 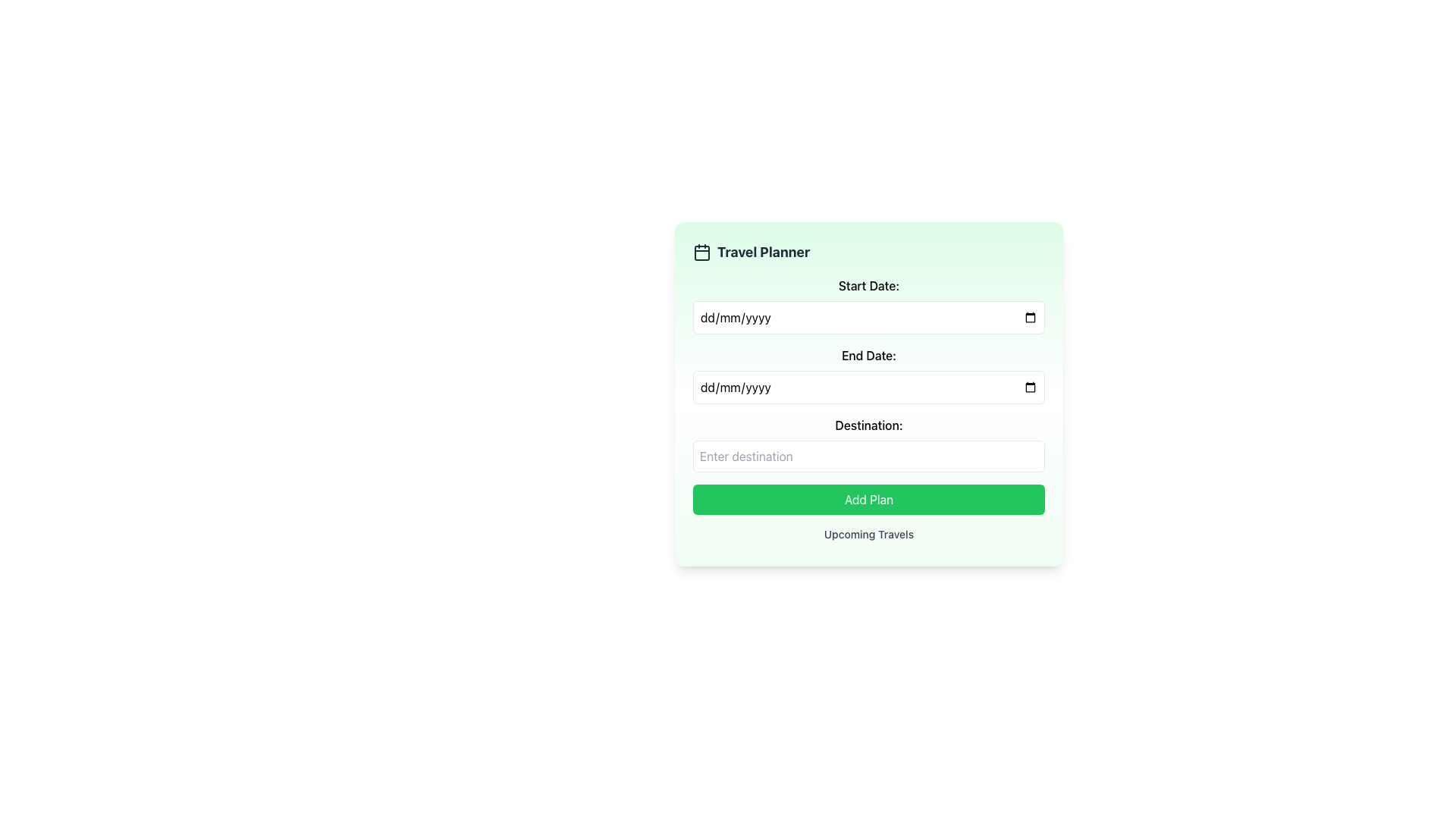 I want to click on the 'End Date:' text label to read it, which is centrally aligned above the date input field in the travel plan form layout, so click(x=869, y=356).